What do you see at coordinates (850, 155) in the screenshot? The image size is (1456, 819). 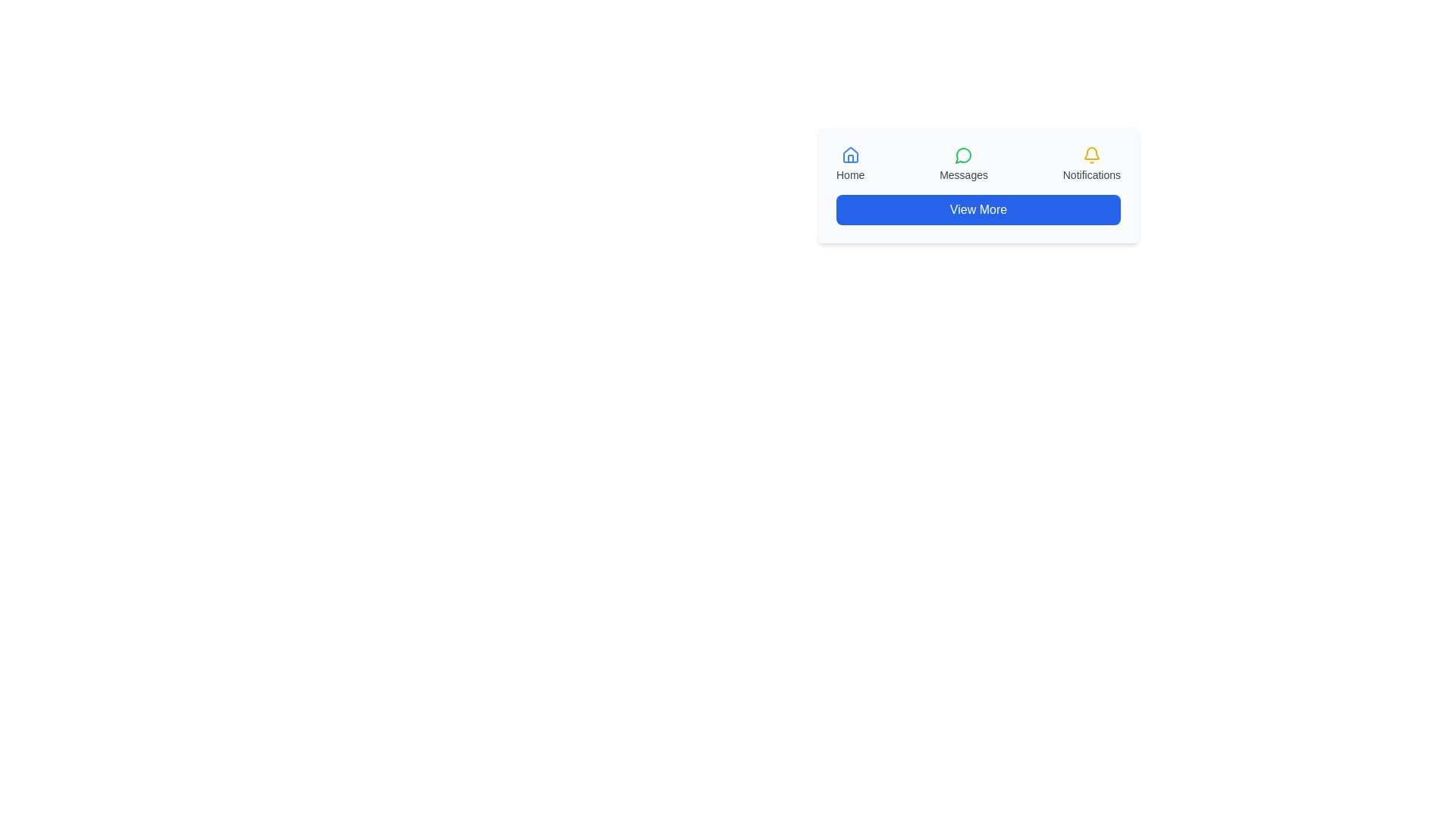 I see `the 'Home' icon located at the top-right side of the interface, beneath the text 'Home', to navigate to the homepage` at bounding box center [850, 155].